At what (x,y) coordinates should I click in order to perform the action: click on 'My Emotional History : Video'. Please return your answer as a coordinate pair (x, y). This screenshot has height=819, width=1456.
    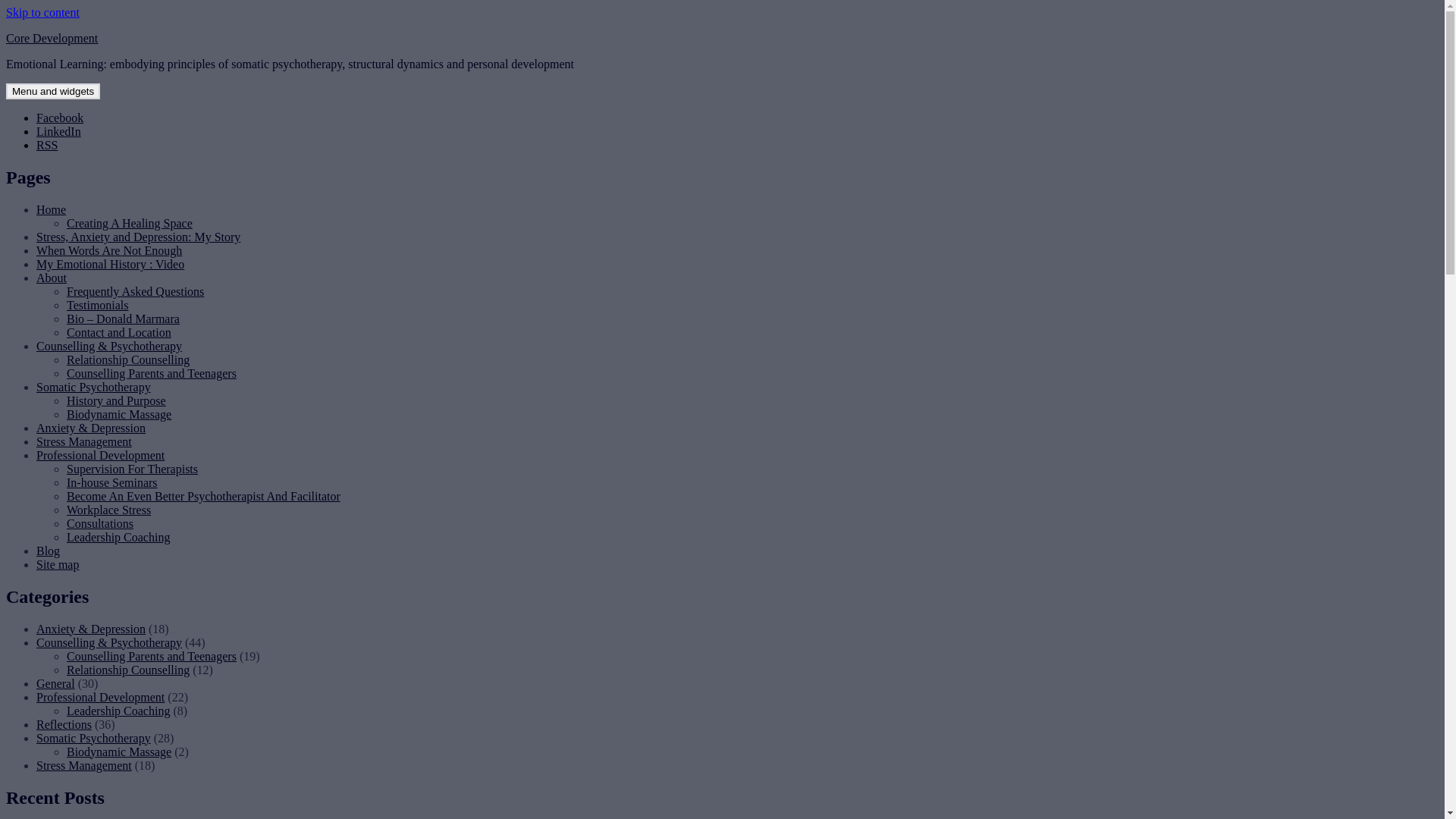
    Looking at the image, I should click on (109, 263).